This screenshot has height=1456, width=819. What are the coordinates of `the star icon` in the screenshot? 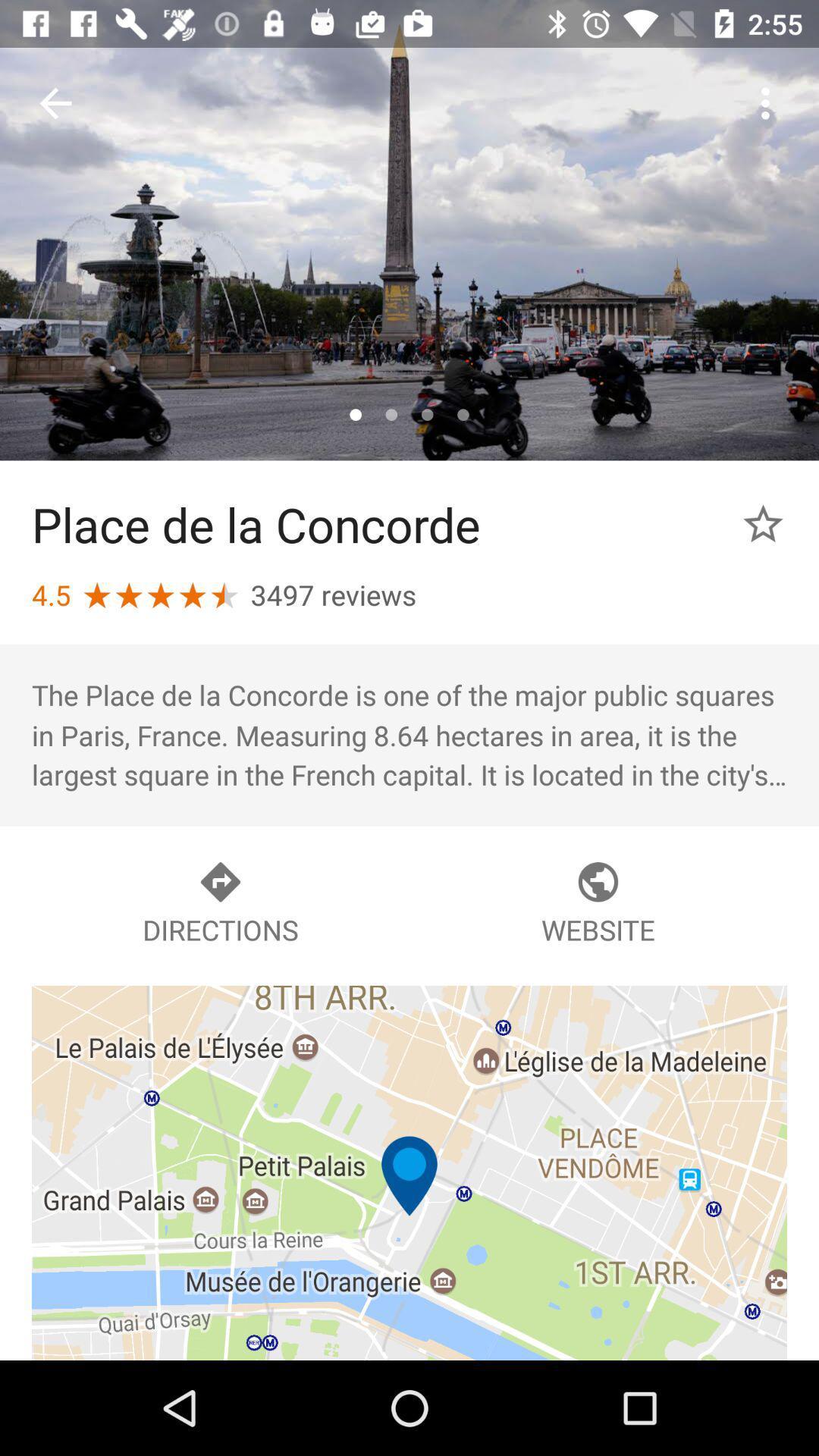 It's located at (763, 524).